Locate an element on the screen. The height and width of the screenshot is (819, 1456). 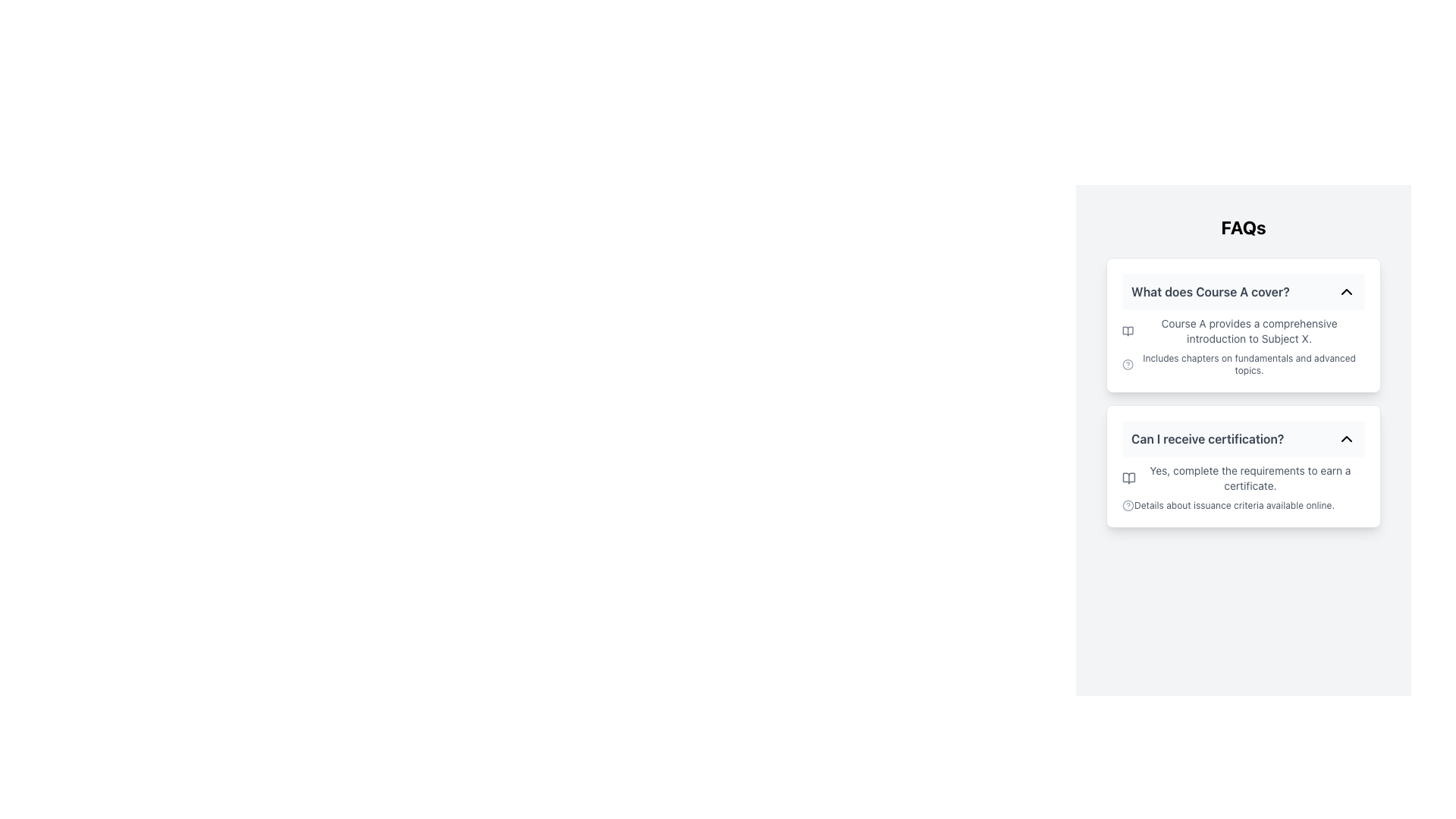
the small circular icon with a question mark, located to the left of the text 'Details about issuance criteria available online' in the 'Can I receive certification?' FAQ entry, to obtain detailed information is located at coordinates (1128, 506).